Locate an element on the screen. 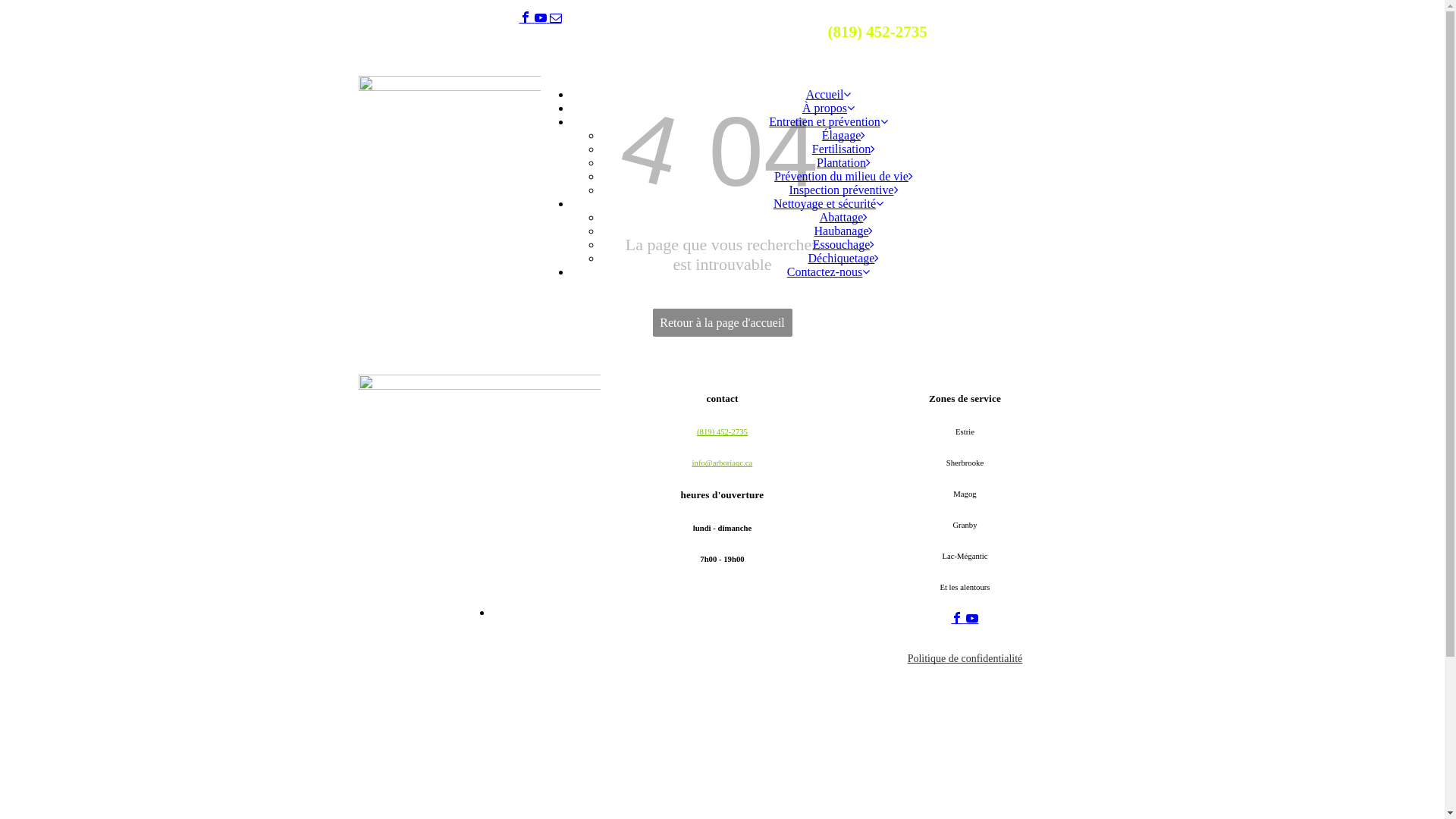 This screenshot has width=1456, height=819. 'Plantation' is located at coordinates (843, 162).